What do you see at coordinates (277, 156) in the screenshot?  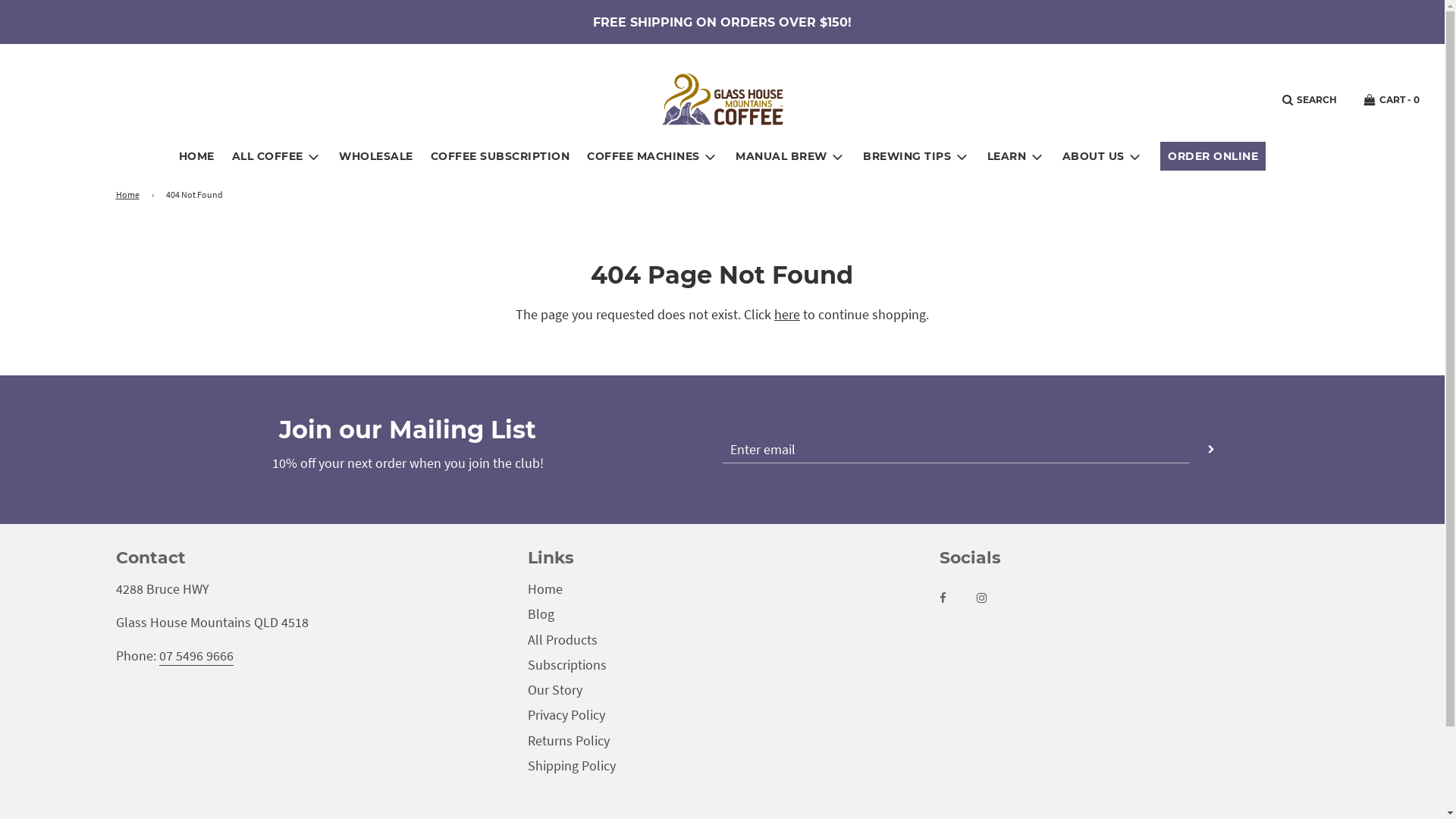 I see `'ALL COFFEE'` at bounding box center [277, 156].